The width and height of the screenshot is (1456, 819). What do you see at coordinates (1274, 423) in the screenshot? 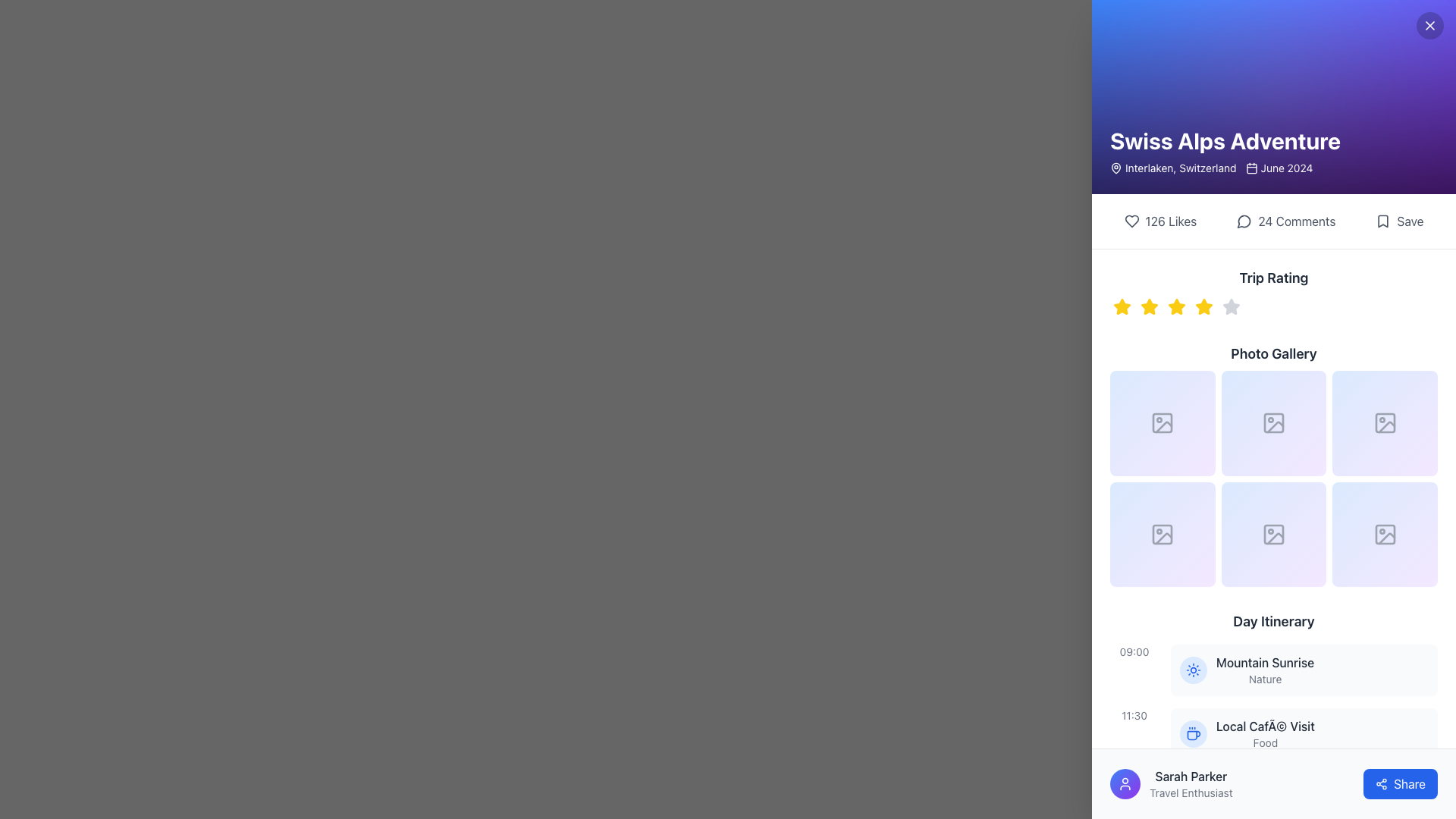
I see `the Icon placeholder in the second row and third column of the 2x3 grid in the 'Photo Gallery' section, which serves as a thumbnail slot for displaying images` at bounding box center [1274, 423].